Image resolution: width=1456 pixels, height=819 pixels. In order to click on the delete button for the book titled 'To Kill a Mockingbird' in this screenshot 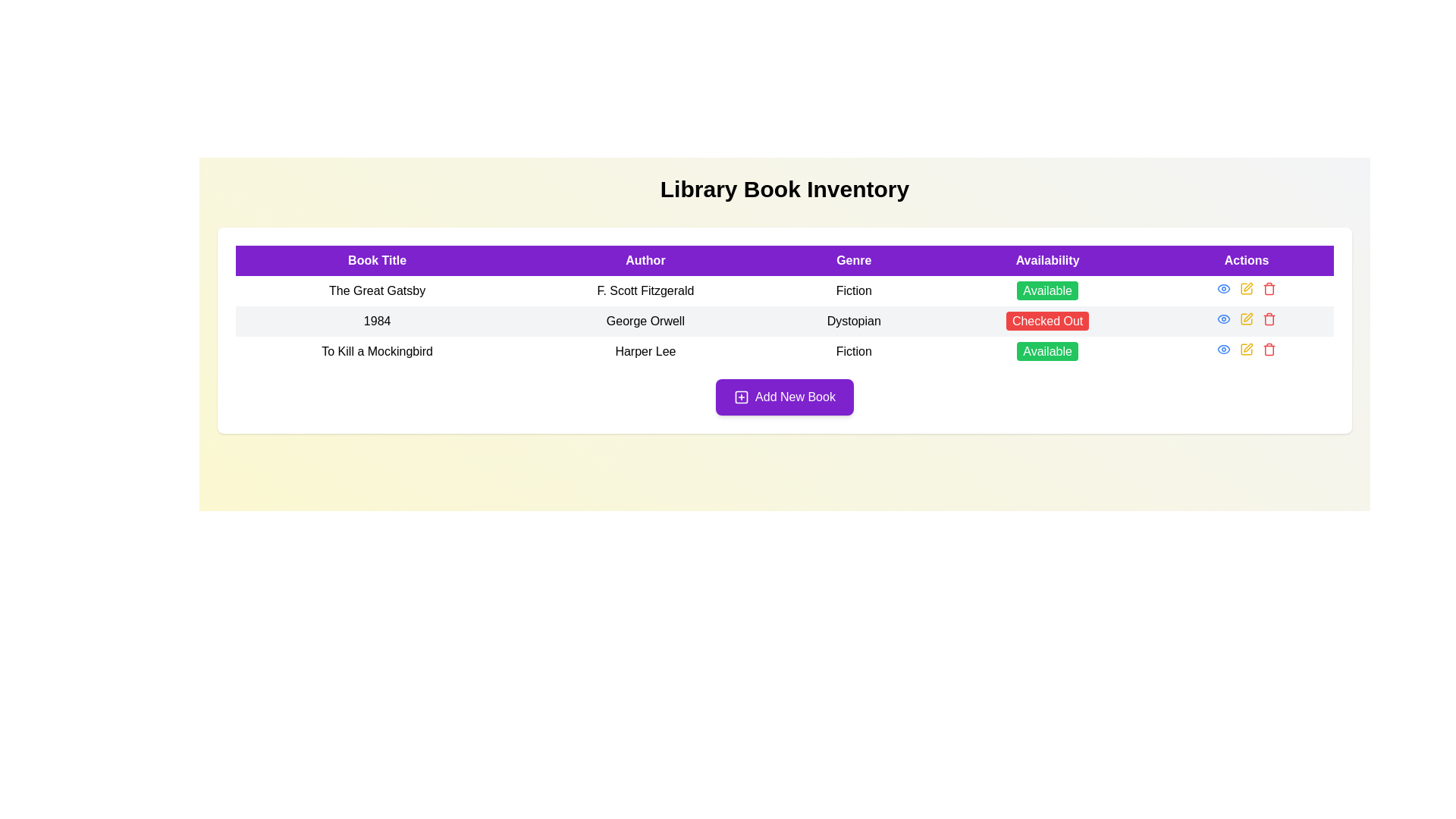, I will do `click(1269, 350)`.